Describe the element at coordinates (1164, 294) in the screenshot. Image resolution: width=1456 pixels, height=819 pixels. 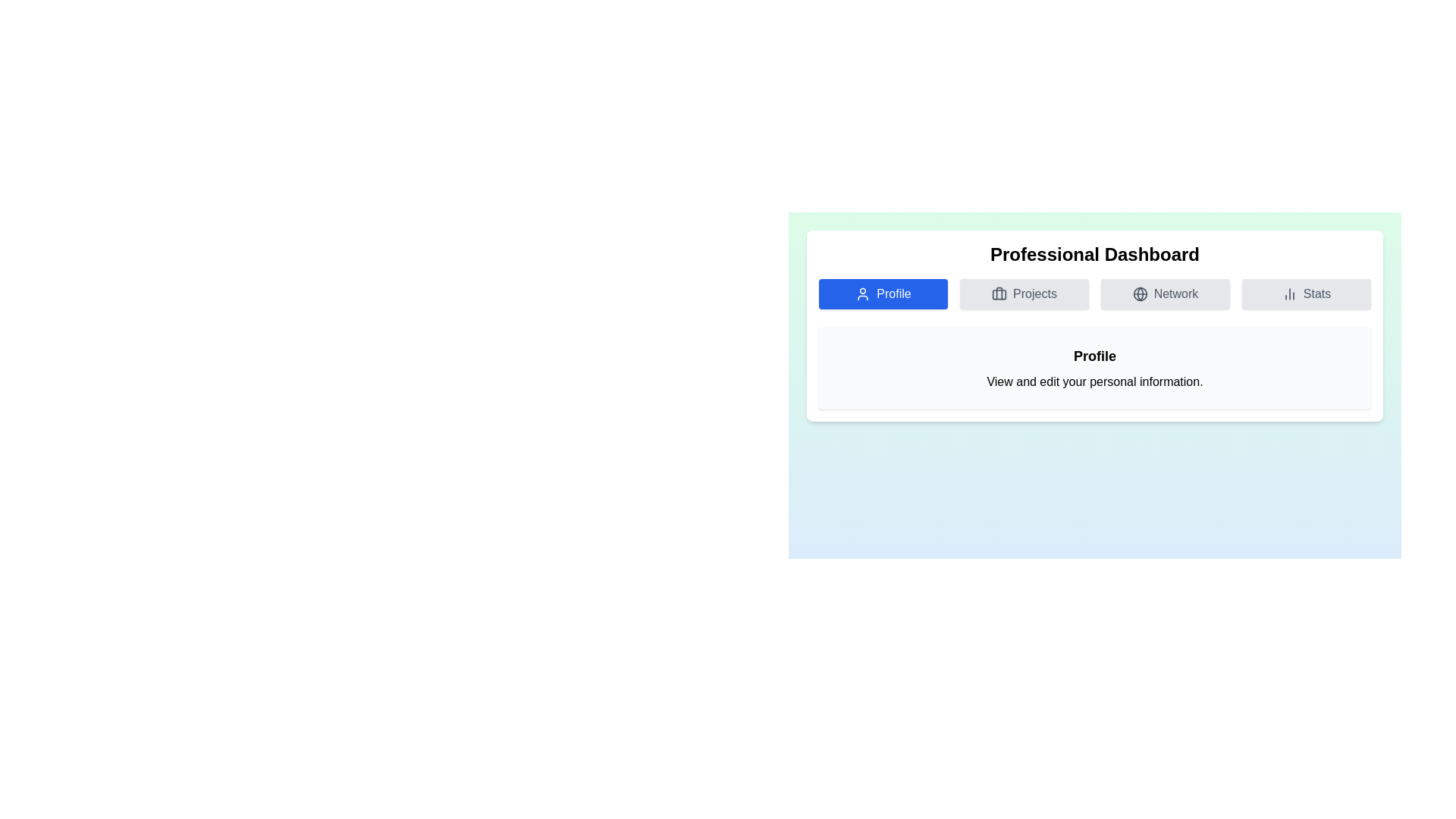
I see `the tab labeled Network` at that location.